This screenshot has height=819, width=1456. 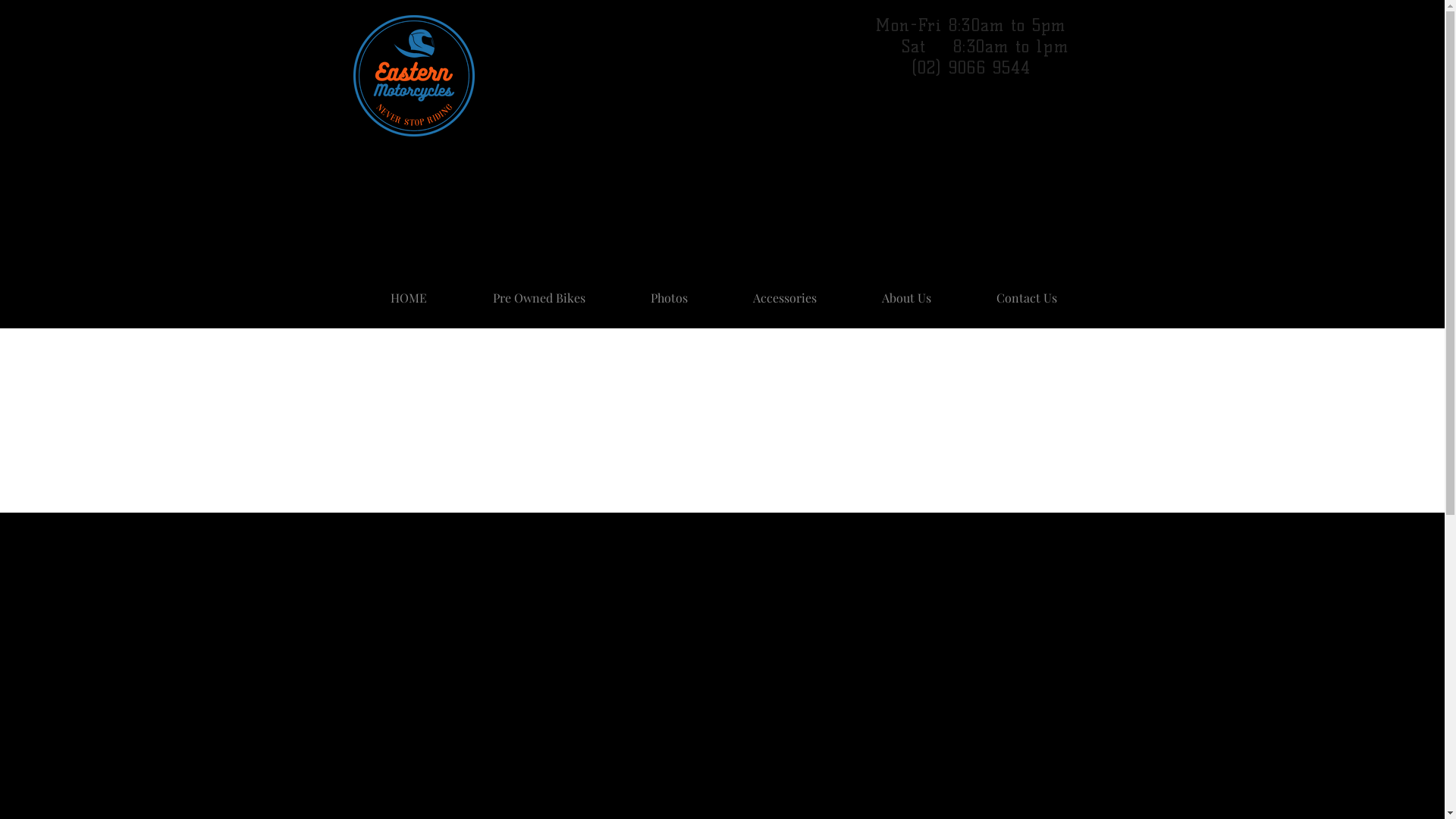 I want to click on 'Contact Us', so click(x=962, y=291).